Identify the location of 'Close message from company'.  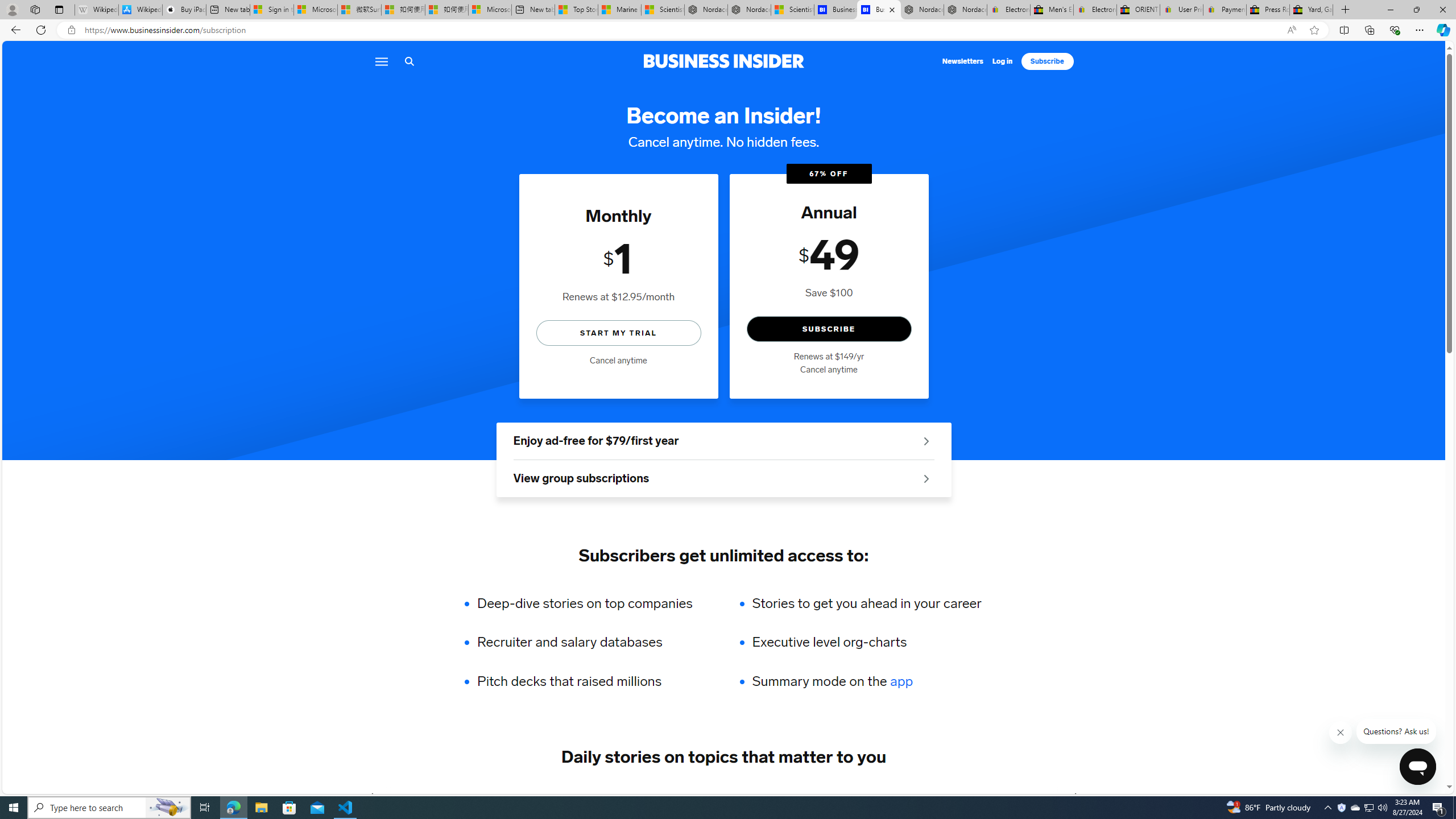
(1340, 732).